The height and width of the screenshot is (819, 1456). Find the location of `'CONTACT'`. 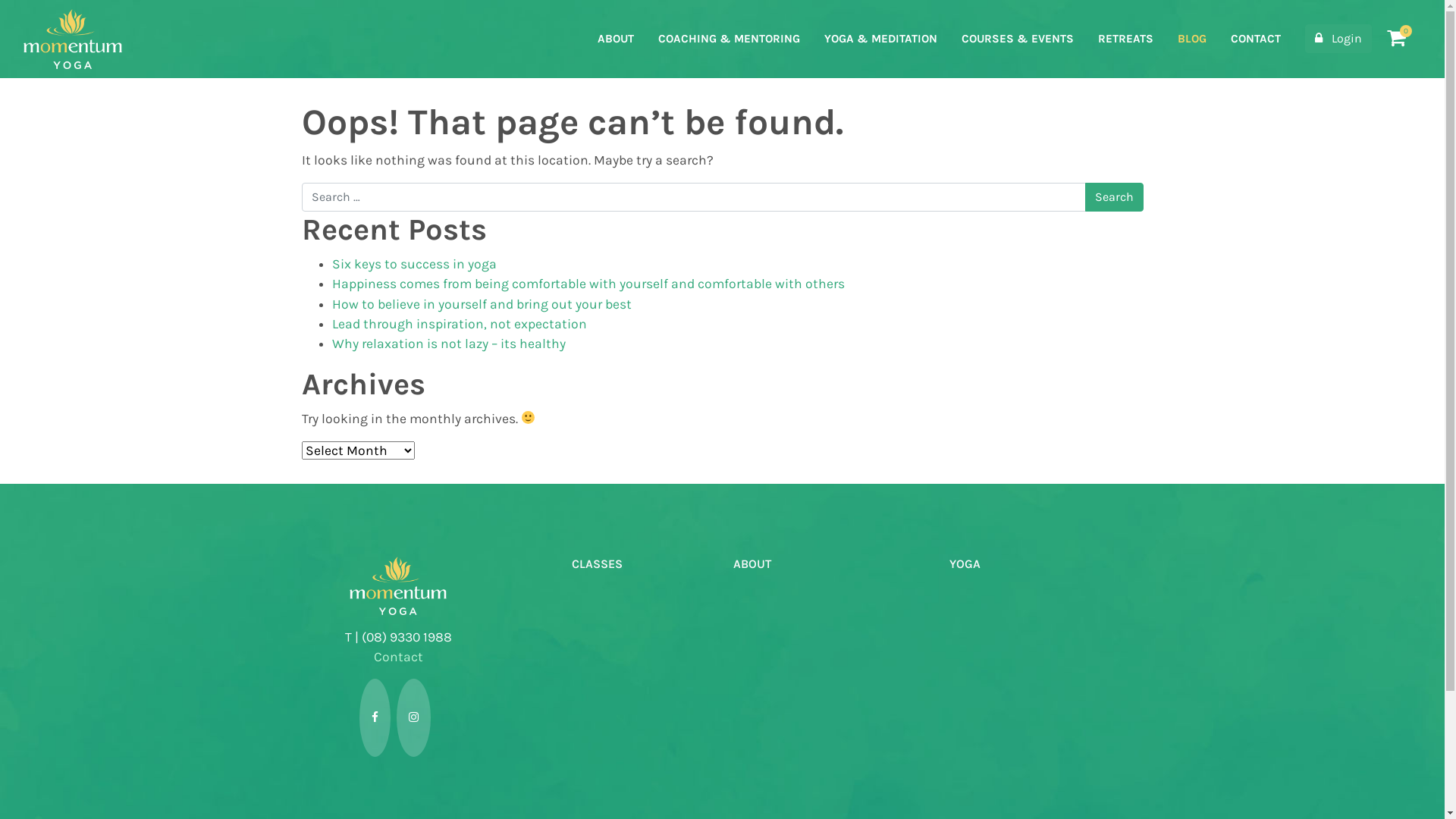

'CONTACT' is located at coordinates (1256, 38).